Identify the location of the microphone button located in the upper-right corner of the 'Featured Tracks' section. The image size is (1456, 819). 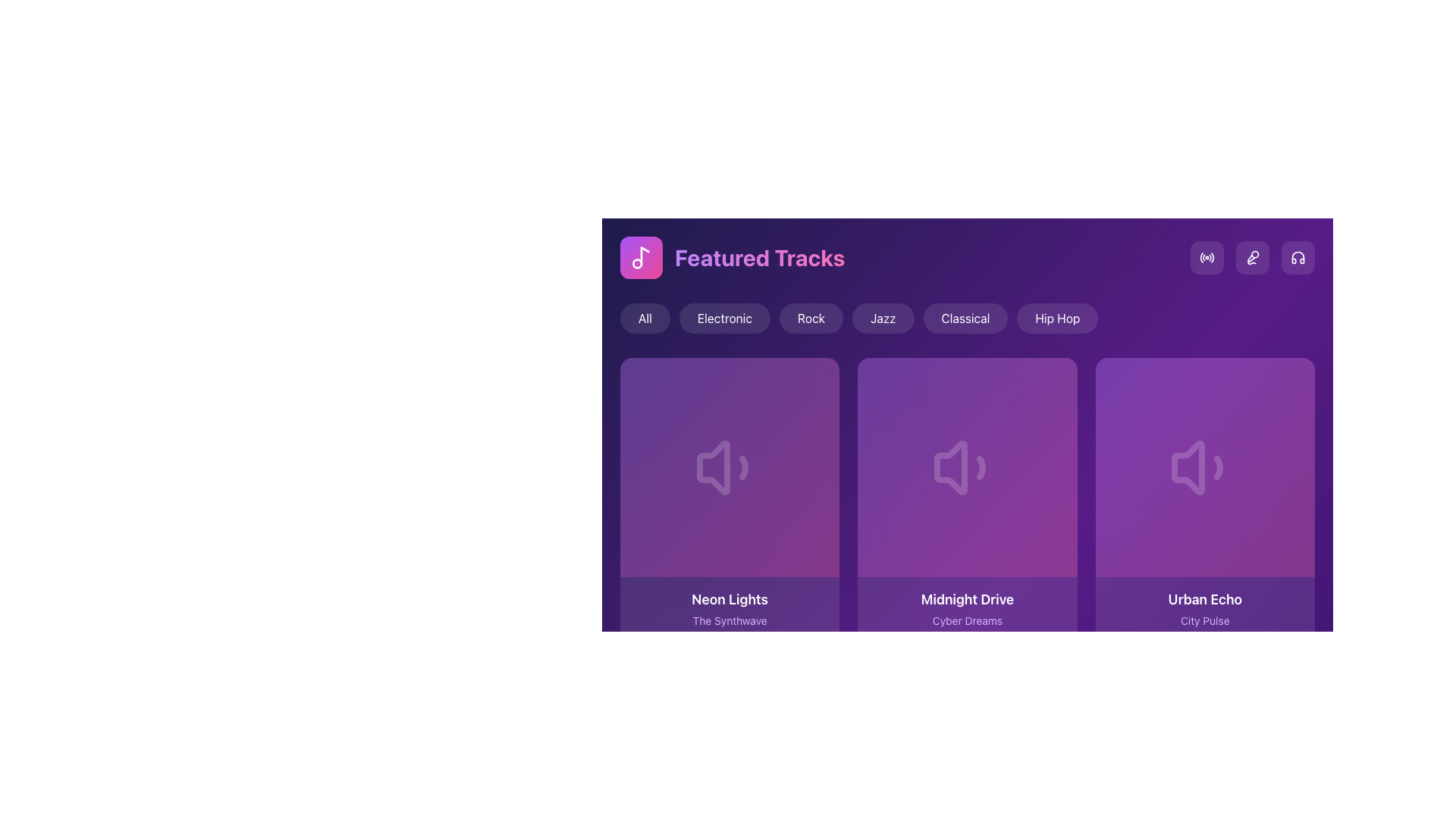
(1252, 256).